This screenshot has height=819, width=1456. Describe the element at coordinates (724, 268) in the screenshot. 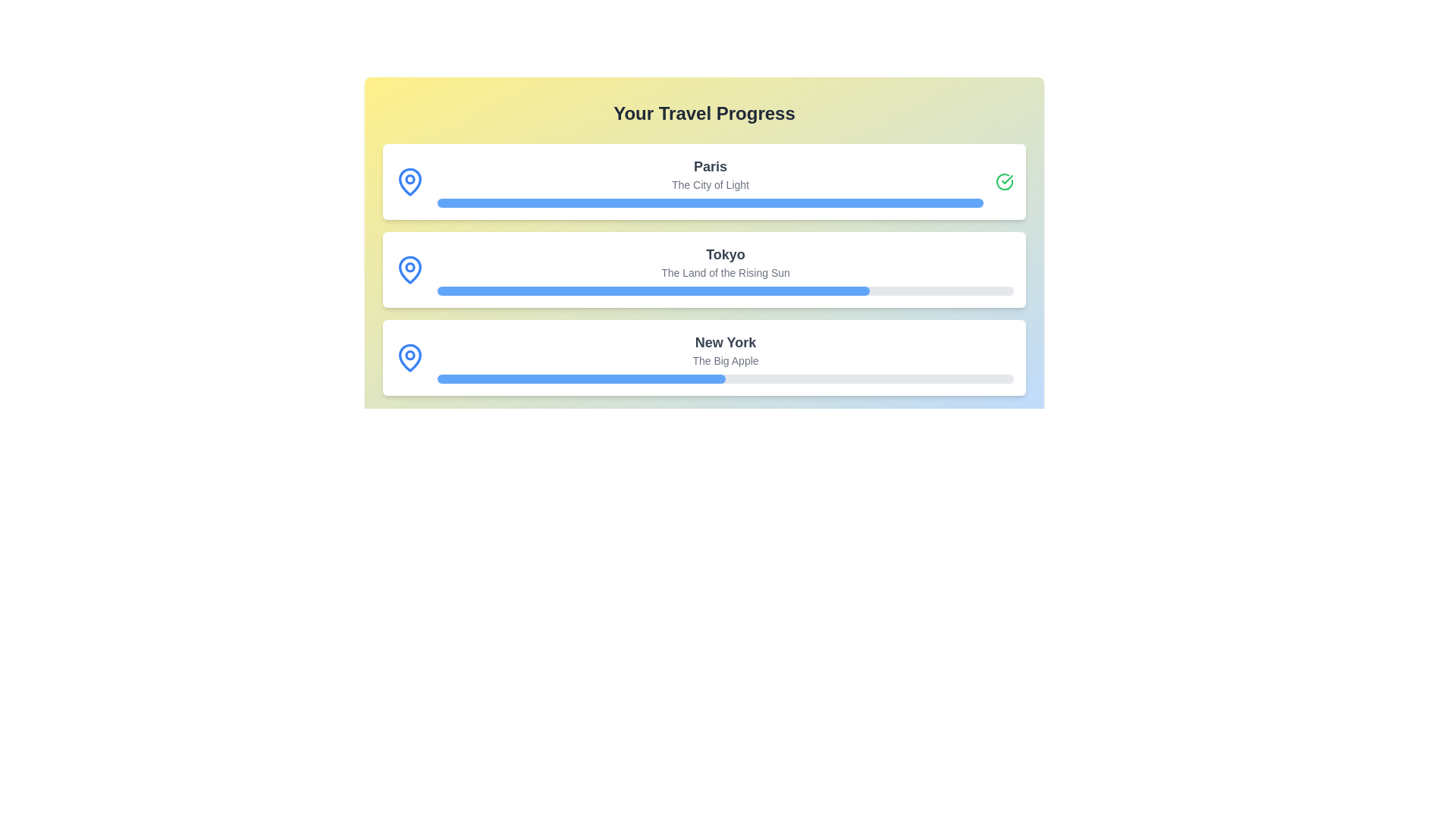

I see `the composite element titled 'Tokyo' that displays a progress bar and text content` at that location.